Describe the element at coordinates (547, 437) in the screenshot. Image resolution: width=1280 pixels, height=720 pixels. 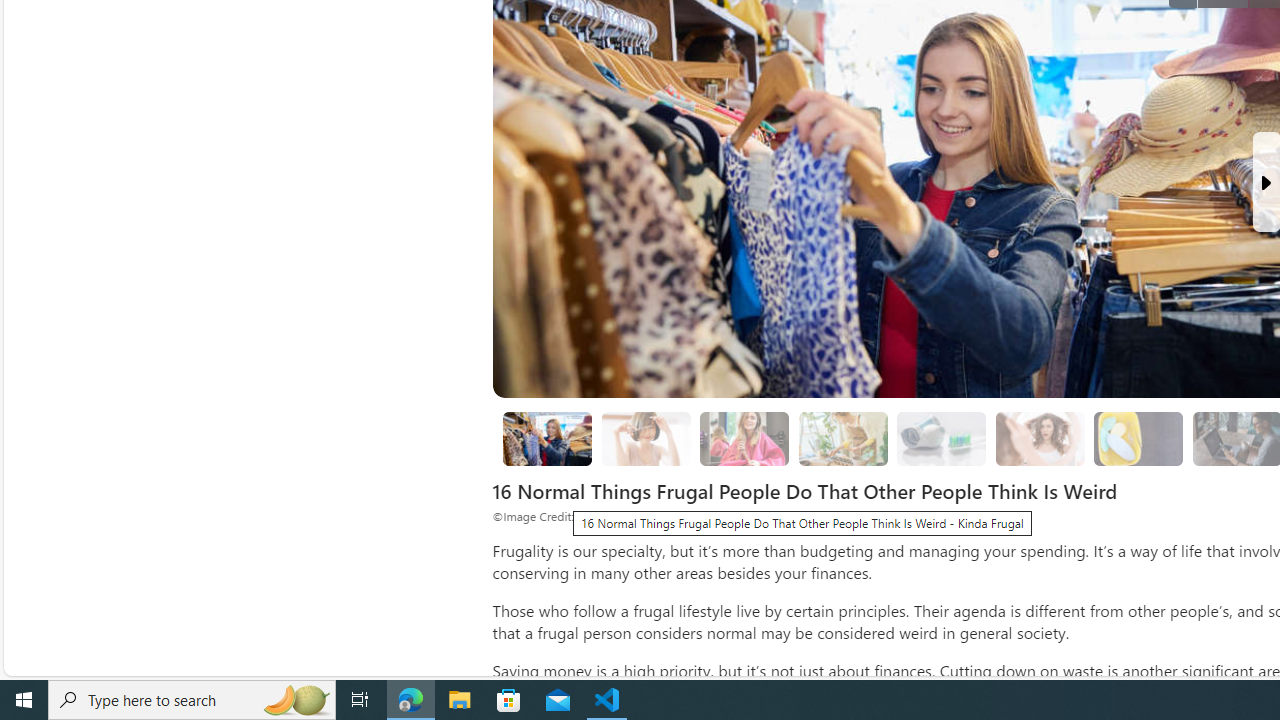
I see `'8. Thrift Shopping'` at that location.